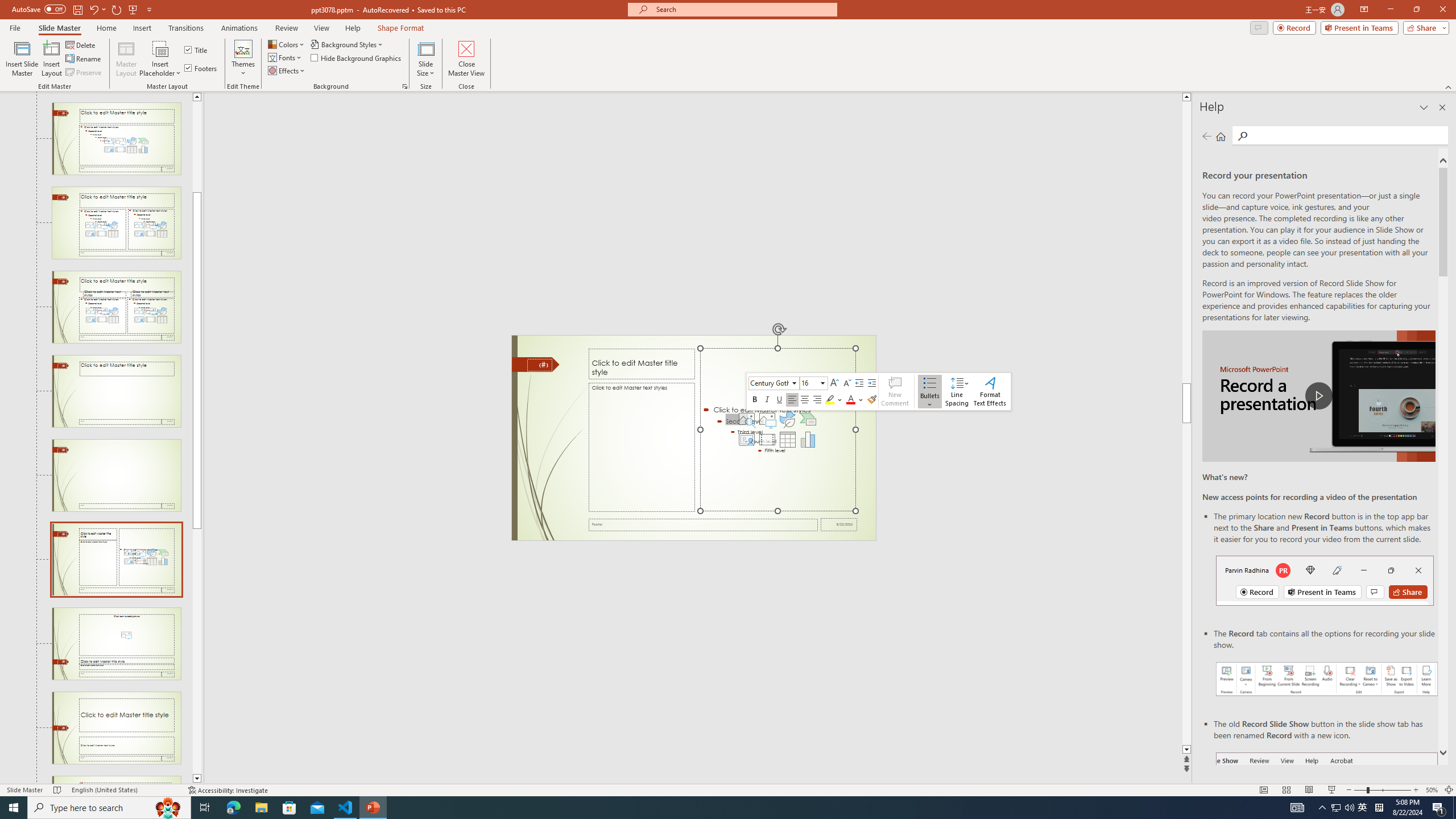 The image size is (1456, 819). I want to click on 'Preserve', so click(84, 72).